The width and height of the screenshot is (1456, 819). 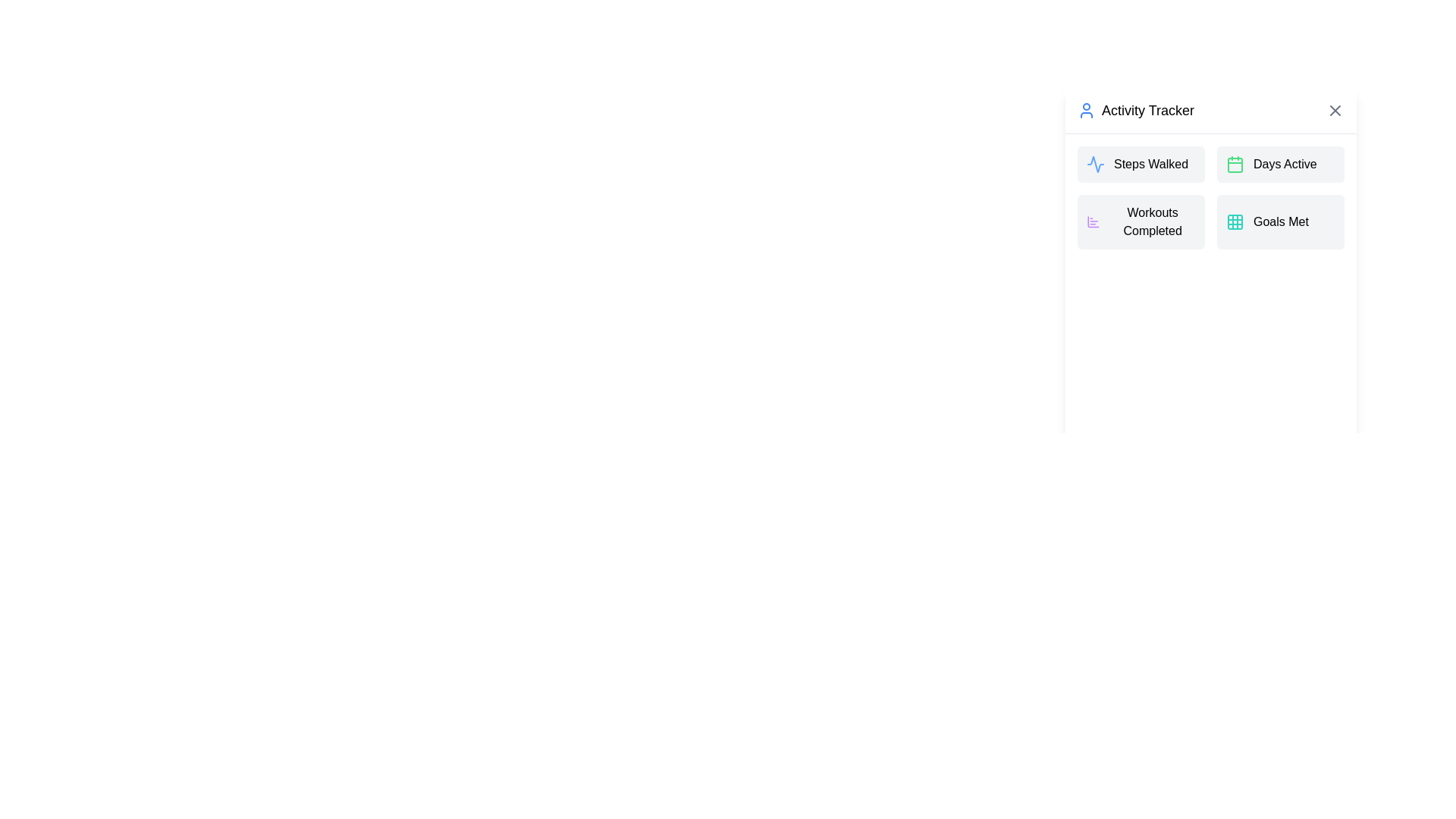 I want to click on the static text label element displaying 'Goals Met', which is located in the Activity Tracker panel, specifically in the second column and second row of the grid layout, so click(x=1280, y=222).